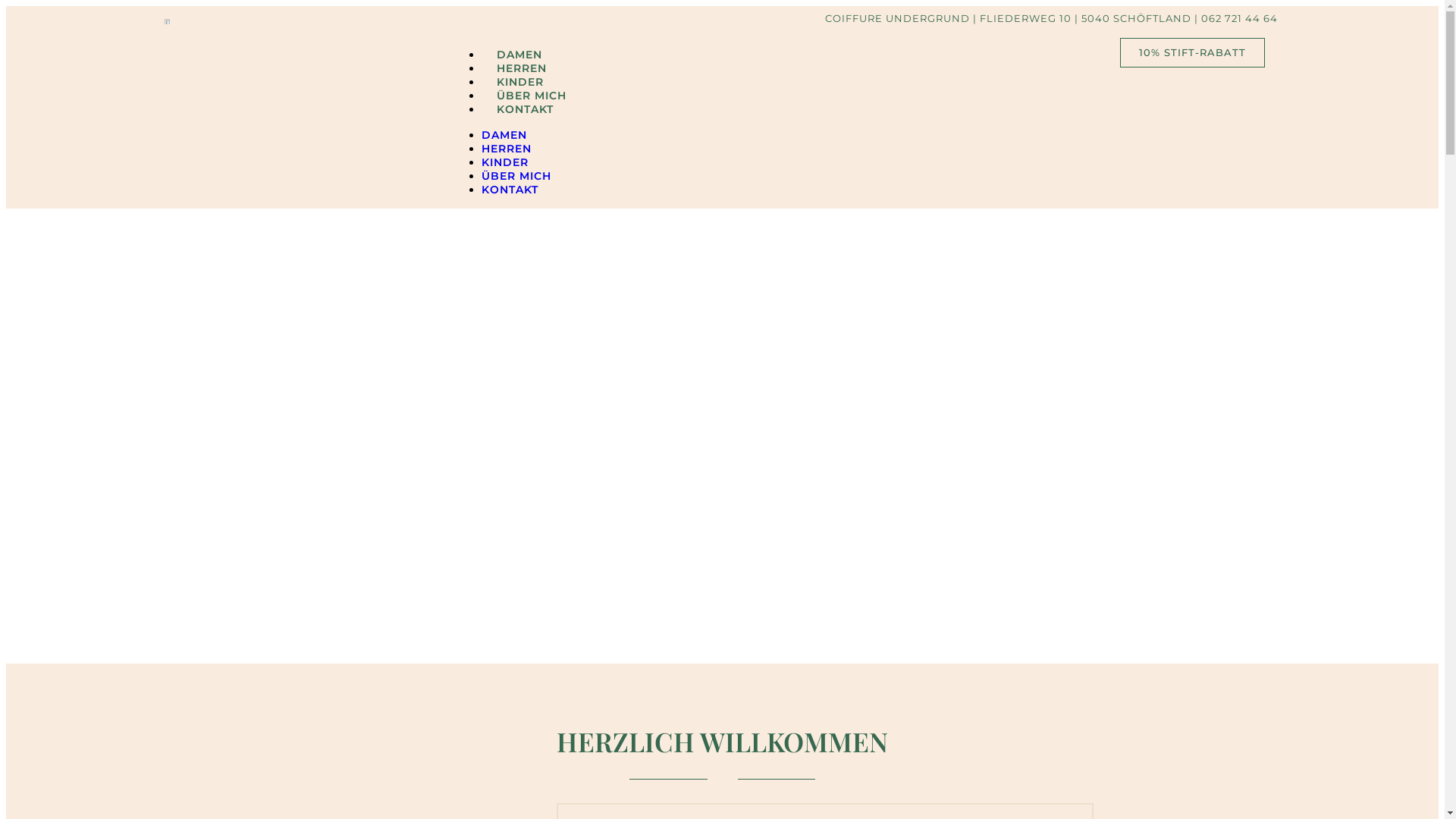 This screenshot has height=819, width=1456. I want to click on '10% STIFT-RABATT', so click(1191, 52).